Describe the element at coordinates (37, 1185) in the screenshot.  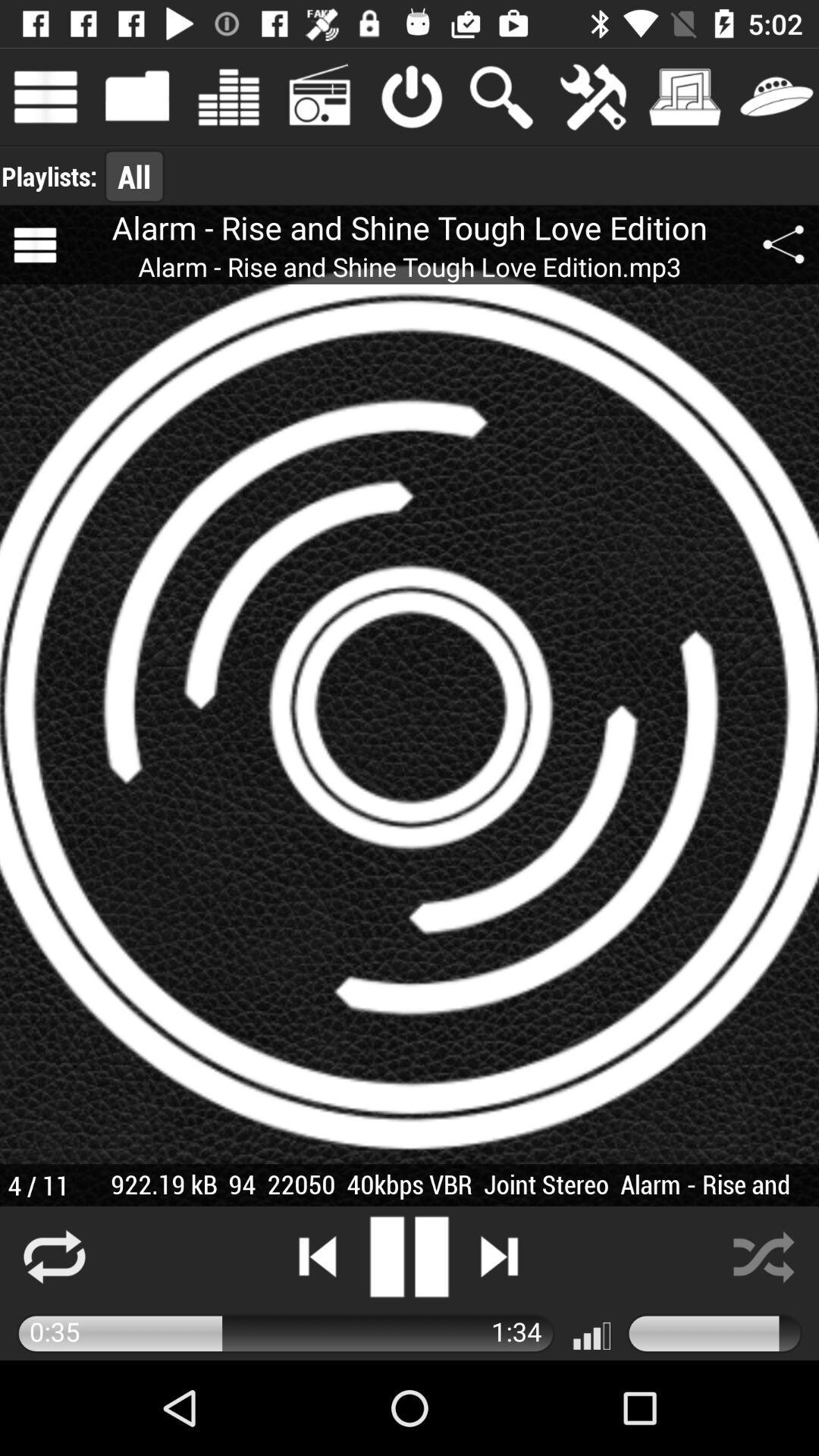
I see `the app next to the 922 19 kb icon` at that location.